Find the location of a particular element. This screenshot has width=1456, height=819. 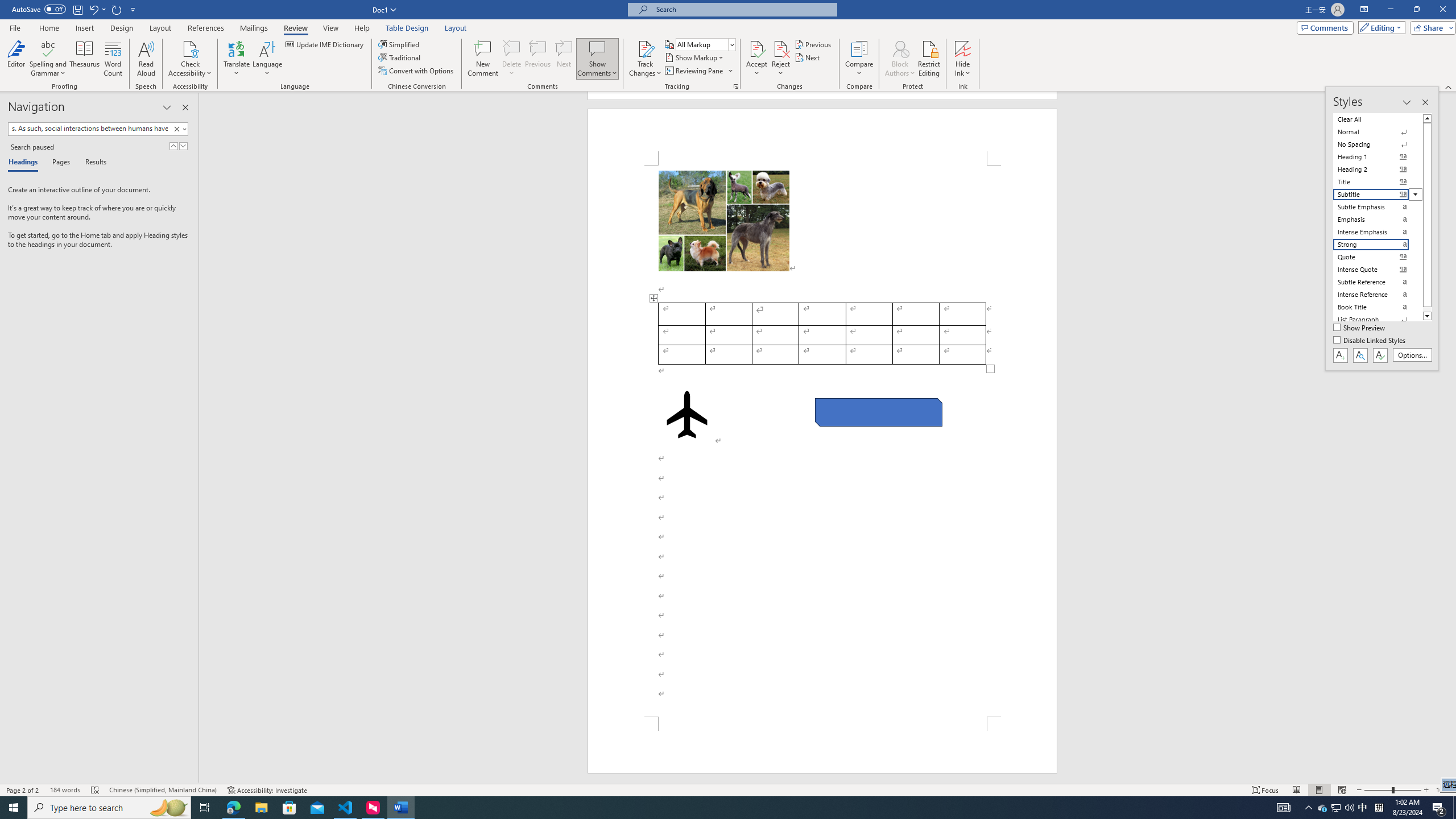

'Strong' is located at coordinates (1378, 243).